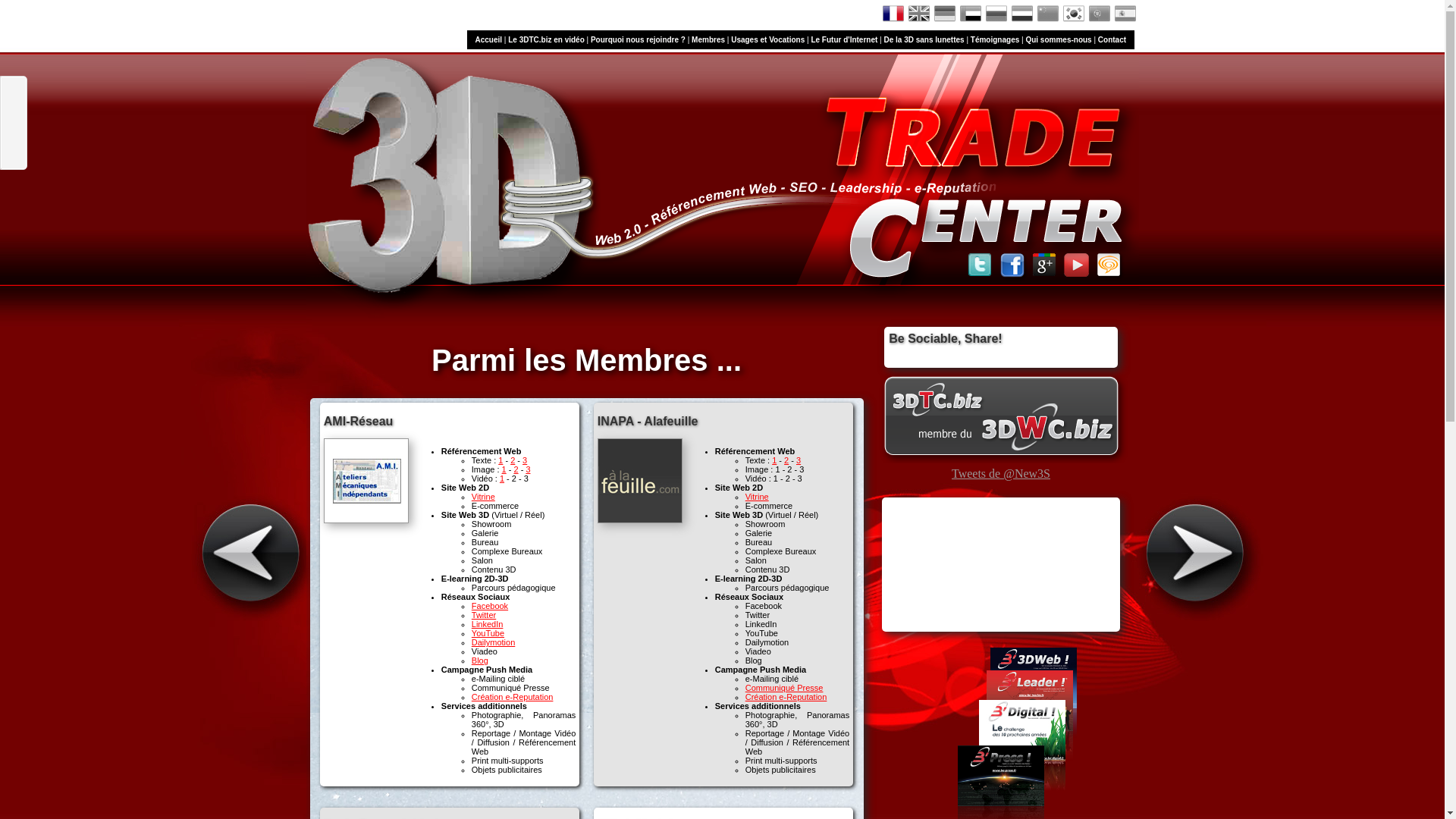 Image resolution: width=1456 pixels, height=819 pixels. I want to click on 'Twitter', so click(483, 614).